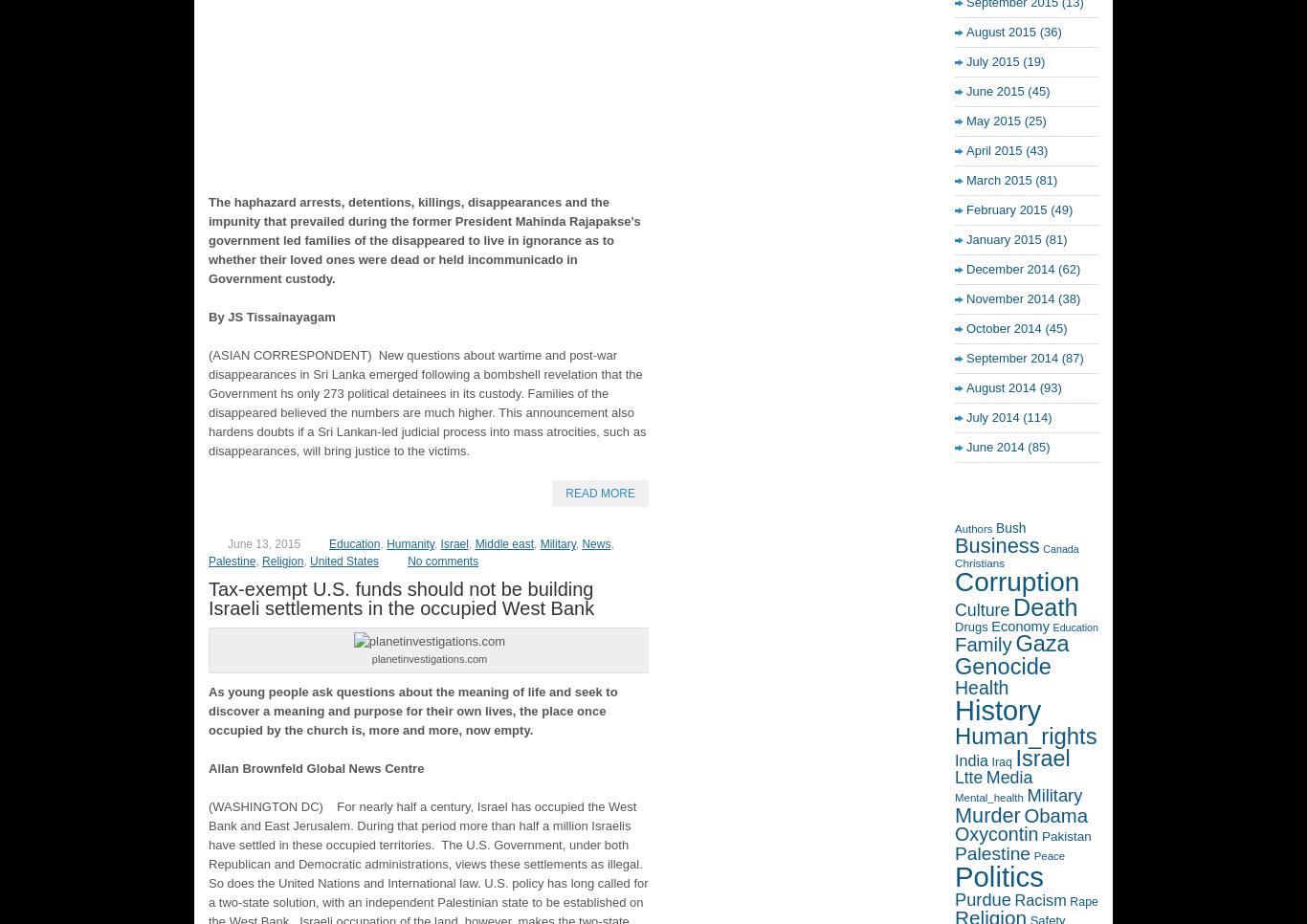 The image size is (1307, 924). What do you see at coordinates (1013, 644) in the screenshot?
I see `'Gaza'` at bounding box center [1013, 644].